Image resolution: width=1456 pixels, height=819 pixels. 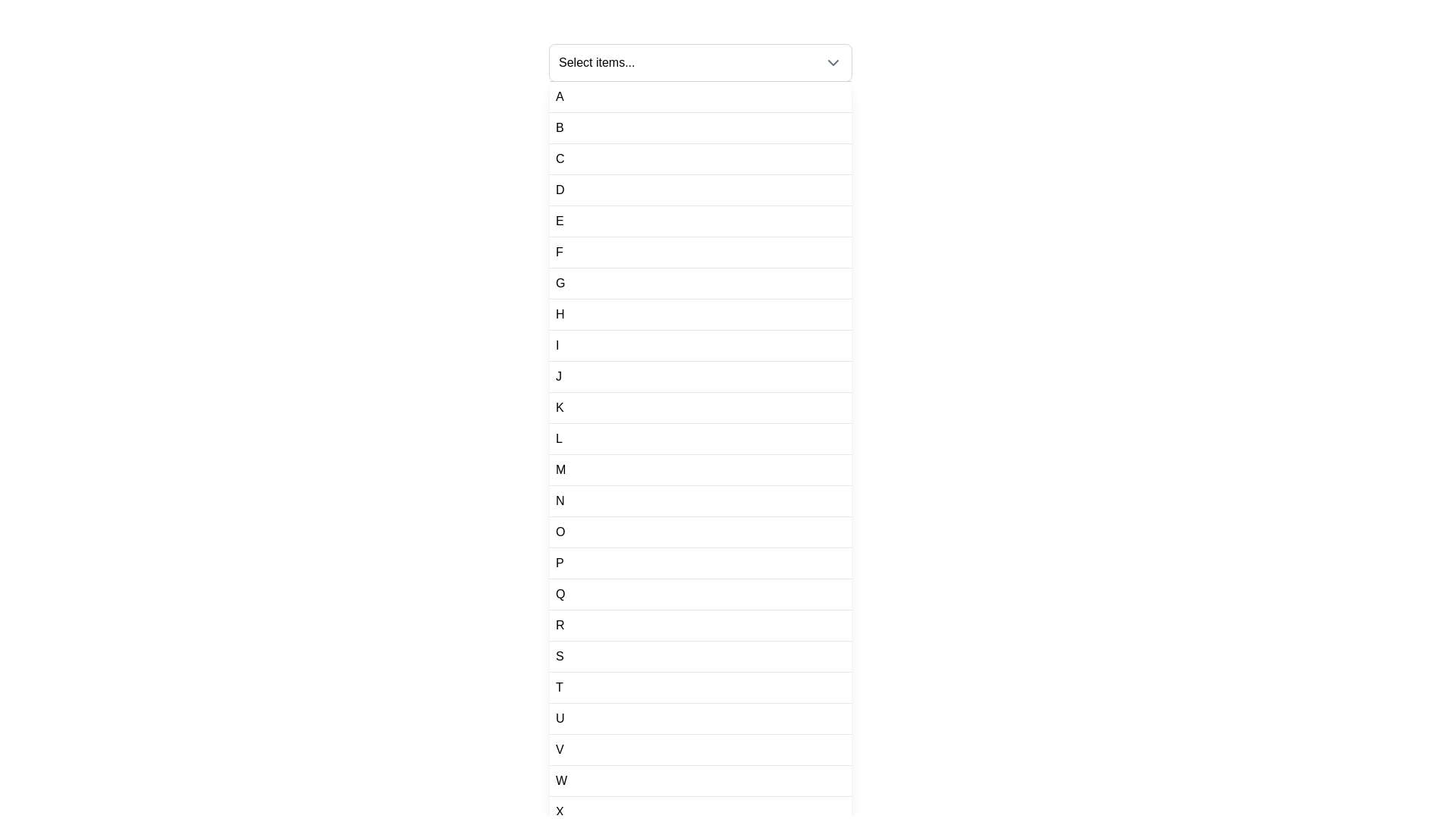 I want to click on the dropdown menu item displaying the letter 'W' to emphasize the option, so click(x=560, y=780).